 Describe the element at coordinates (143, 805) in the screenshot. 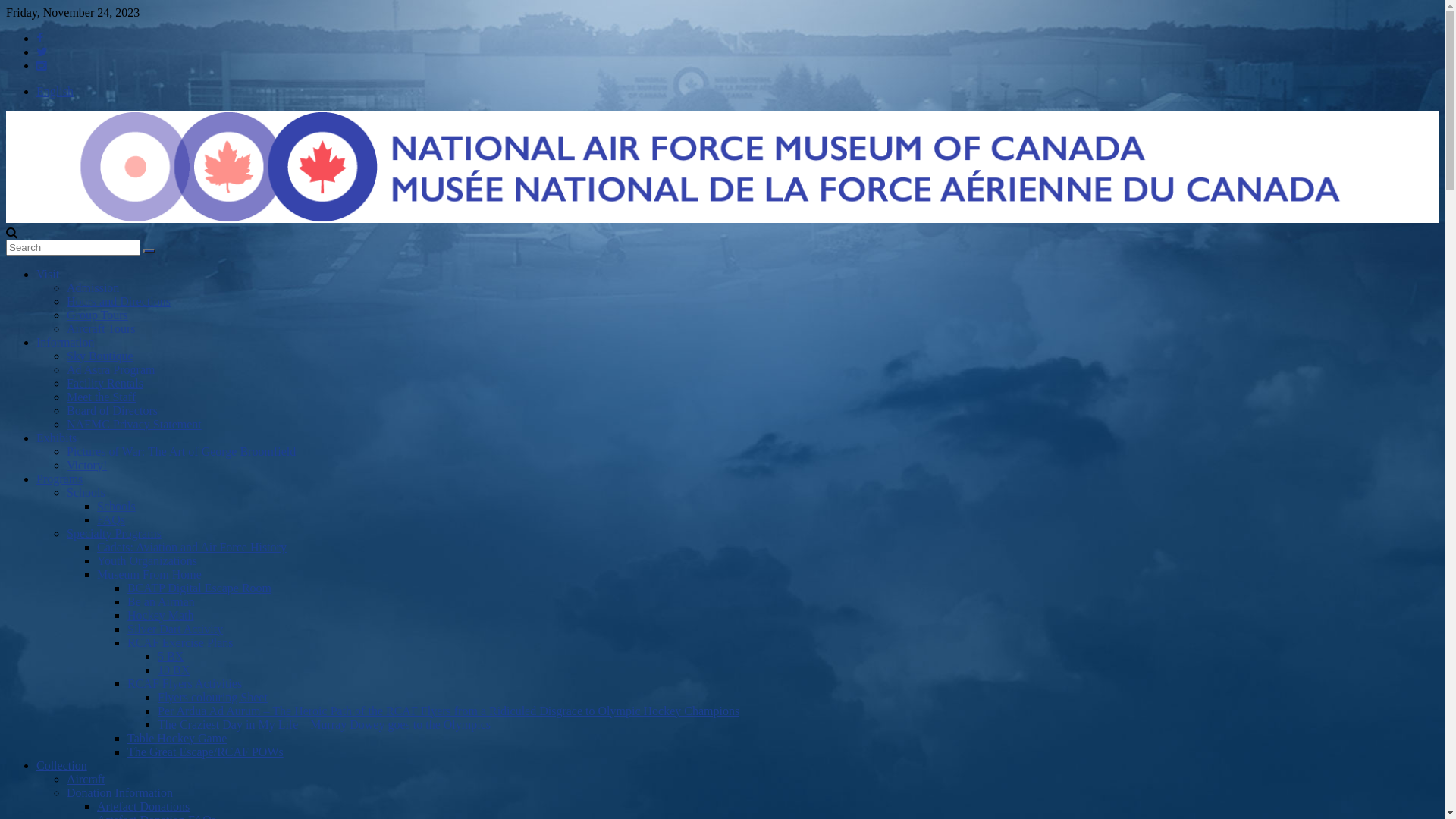

I see `'Artefact Donations'` at that location.